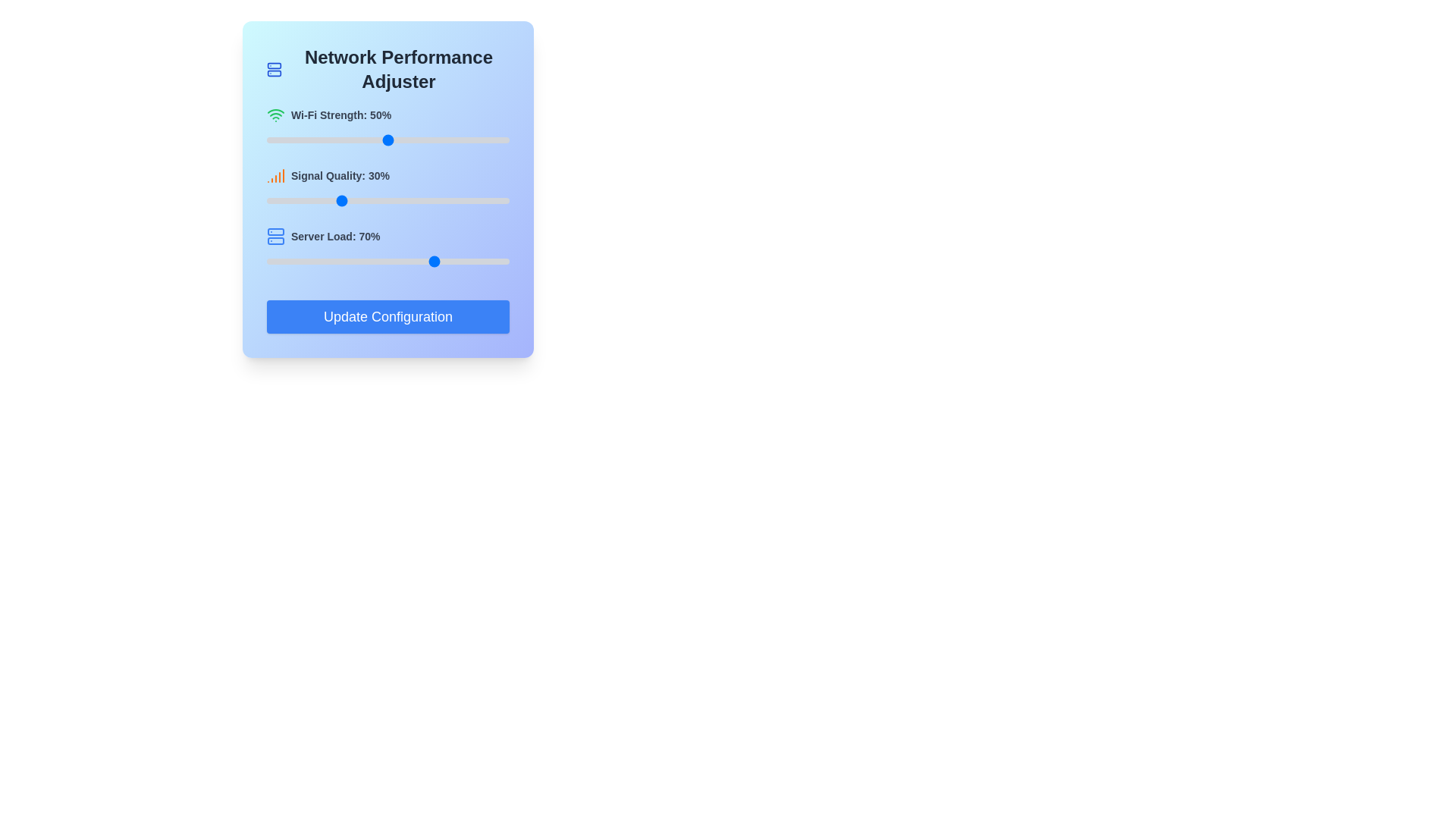 This screenshot has height=819, width=1456. I want to click on the top rectangle of the server icon, which is directly above the 'Wi-Fi Strength: 50%' slider and horizontally aligned with the heading 'Network Performance Adjuster', so click(274, 65).